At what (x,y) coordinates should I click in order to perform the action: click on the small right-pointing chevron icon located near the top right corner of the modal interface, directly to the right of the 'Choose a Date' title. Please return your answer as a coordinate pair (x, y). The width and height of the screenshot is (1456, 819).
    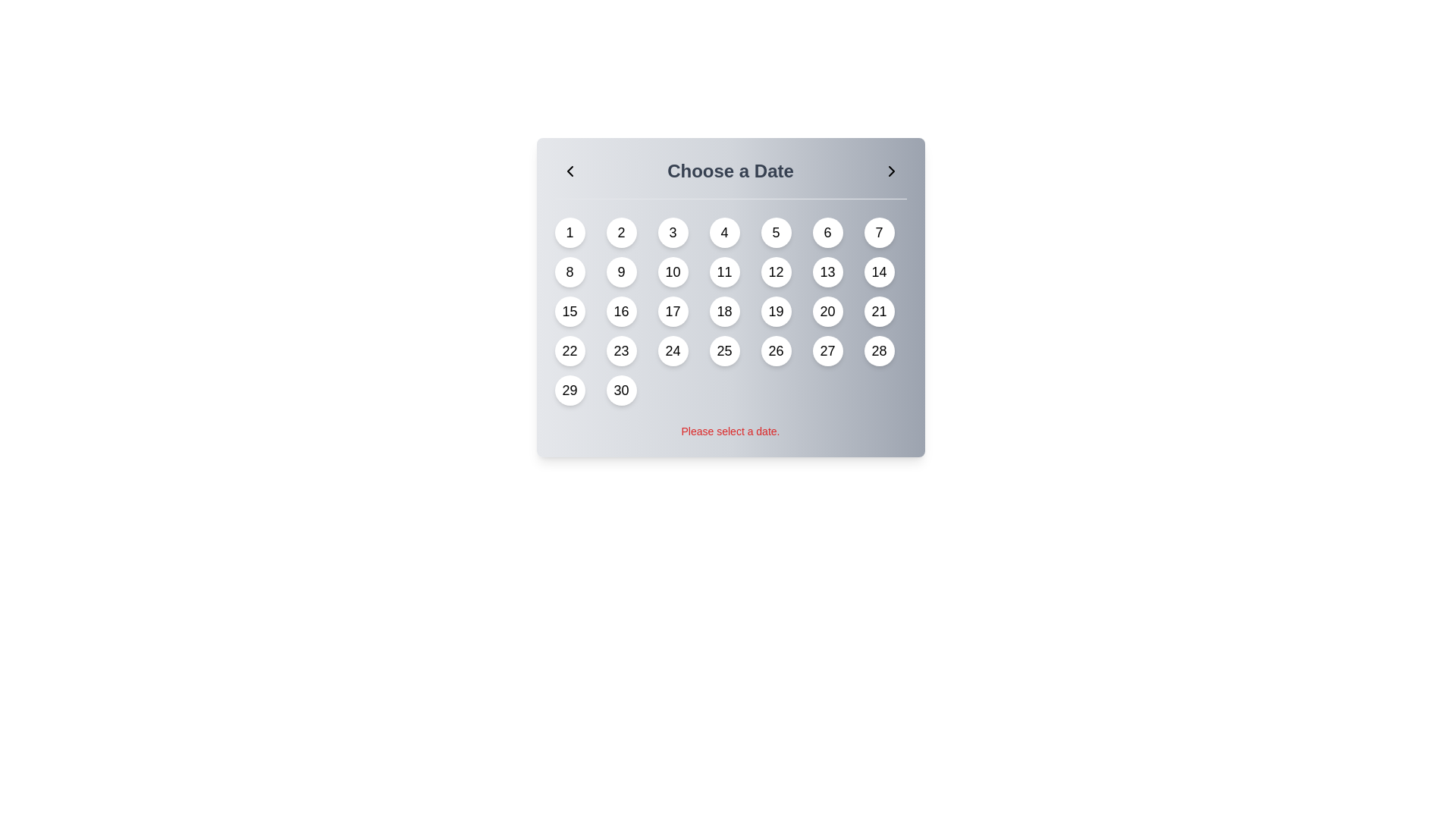
    Looking at the image, I should click on (891, 171).